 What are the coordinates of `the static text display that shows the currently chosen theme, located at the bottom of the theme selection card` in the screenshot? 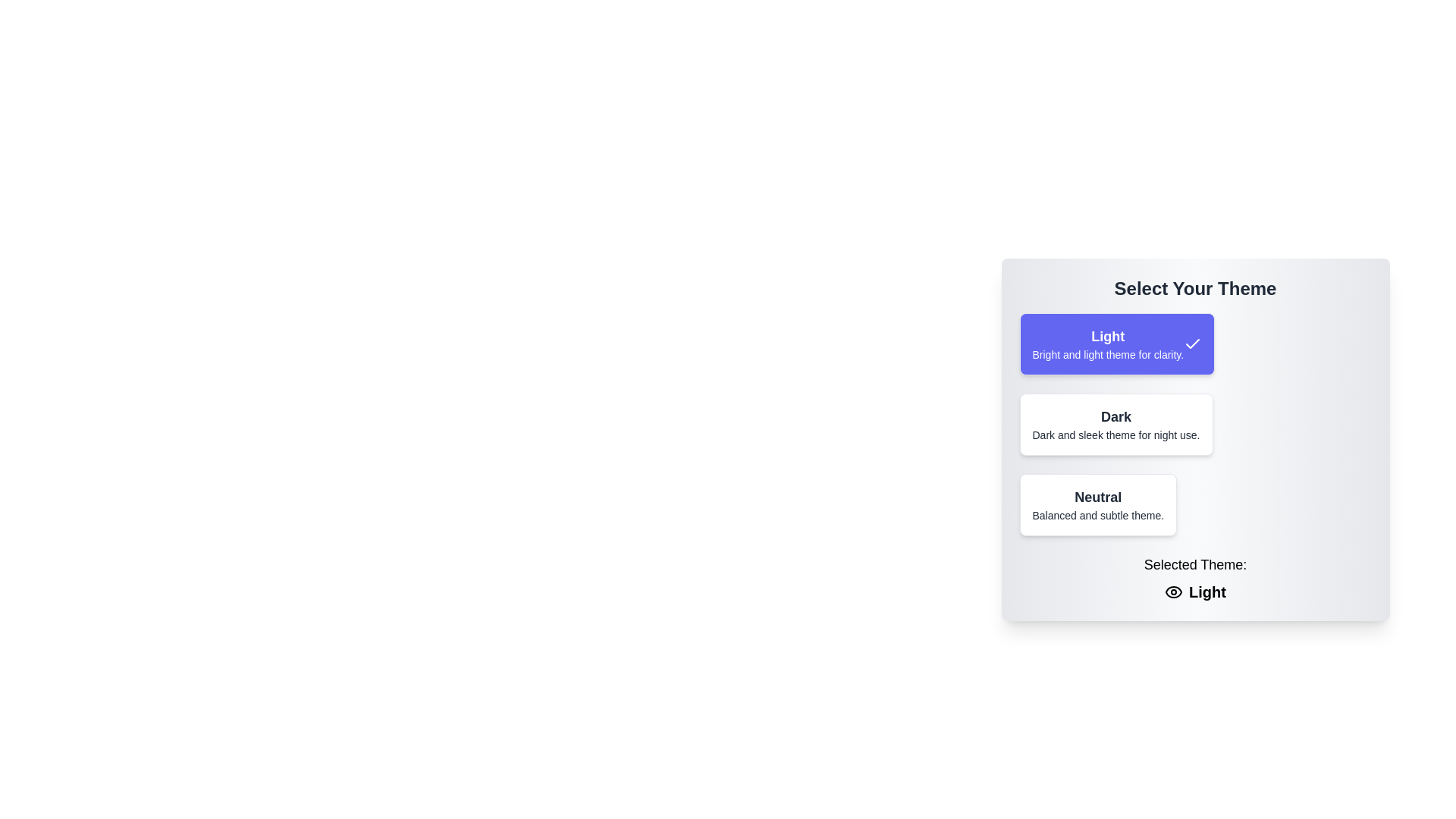 It's located at (1194, 579).